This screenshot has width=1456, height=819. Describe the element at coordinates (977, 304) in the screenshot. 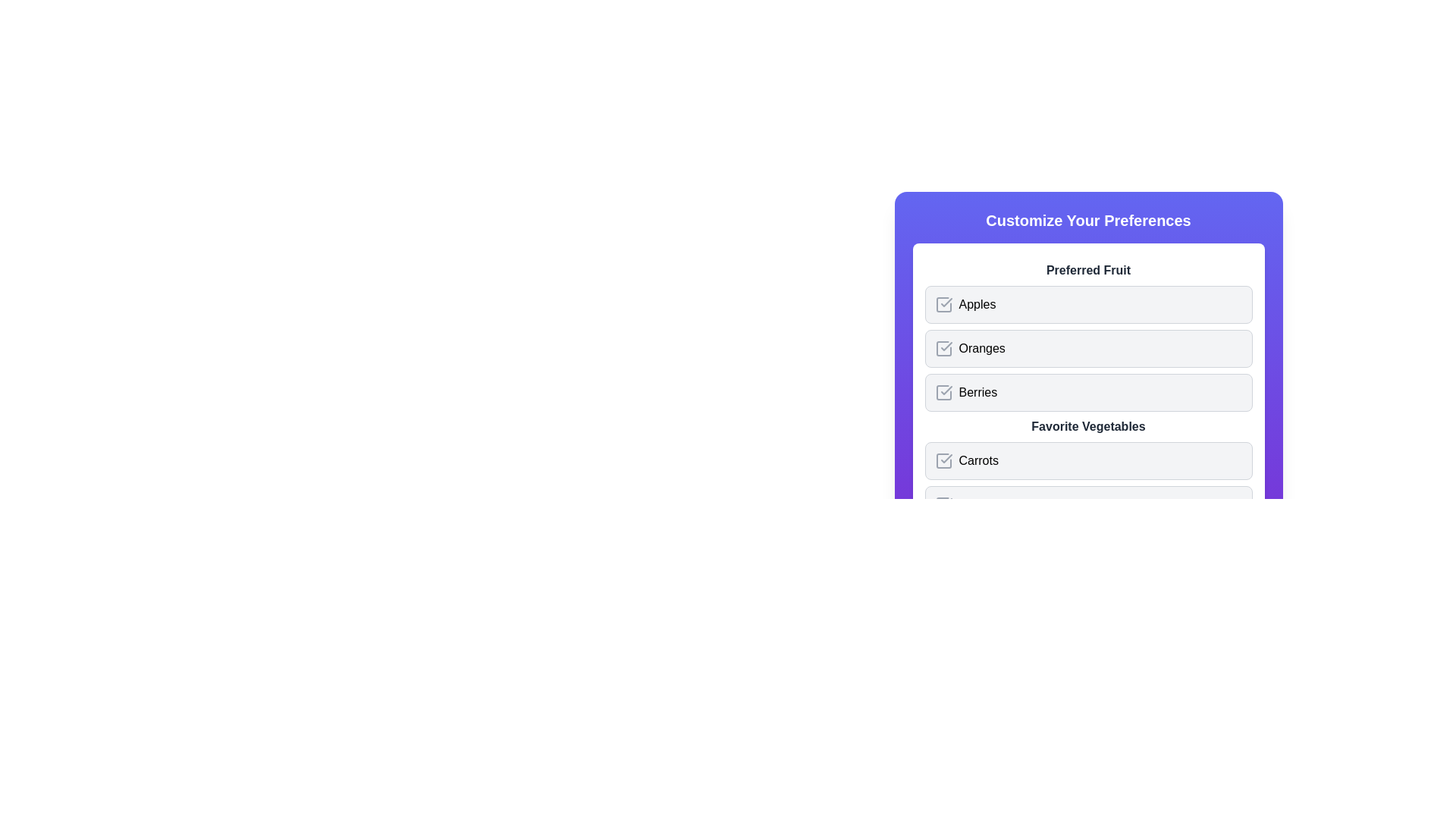

I see `the static text element displaying 'Apples', which is styled in black and located within the 'Preferred Fruit' section of the 'Customize Your Preferences' interface` at that location.